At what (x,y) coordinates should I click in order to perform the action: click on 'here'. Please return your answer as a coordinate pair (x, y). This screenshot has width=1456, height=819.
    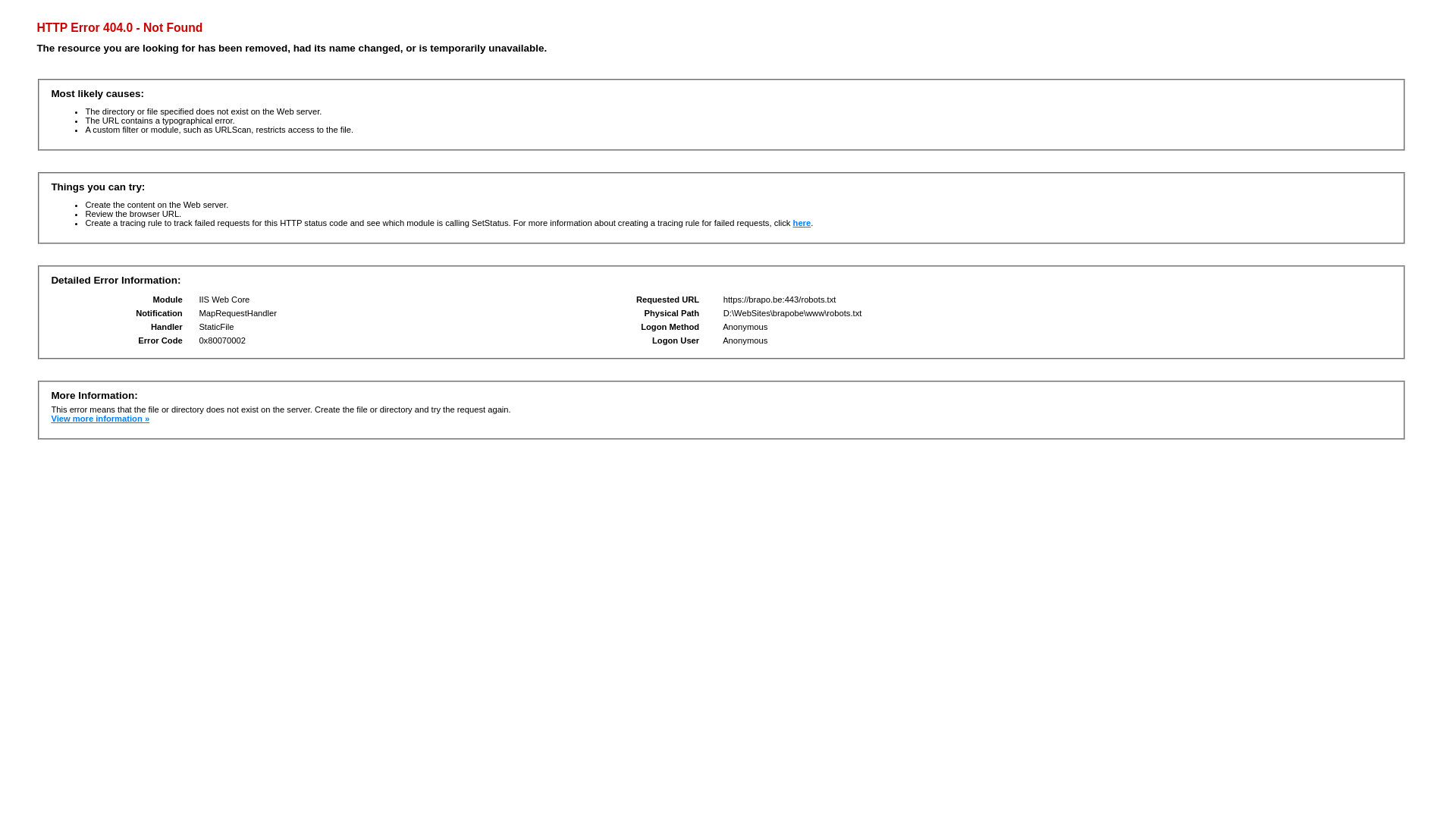
    Looking at the image, I should click on (801, 222).